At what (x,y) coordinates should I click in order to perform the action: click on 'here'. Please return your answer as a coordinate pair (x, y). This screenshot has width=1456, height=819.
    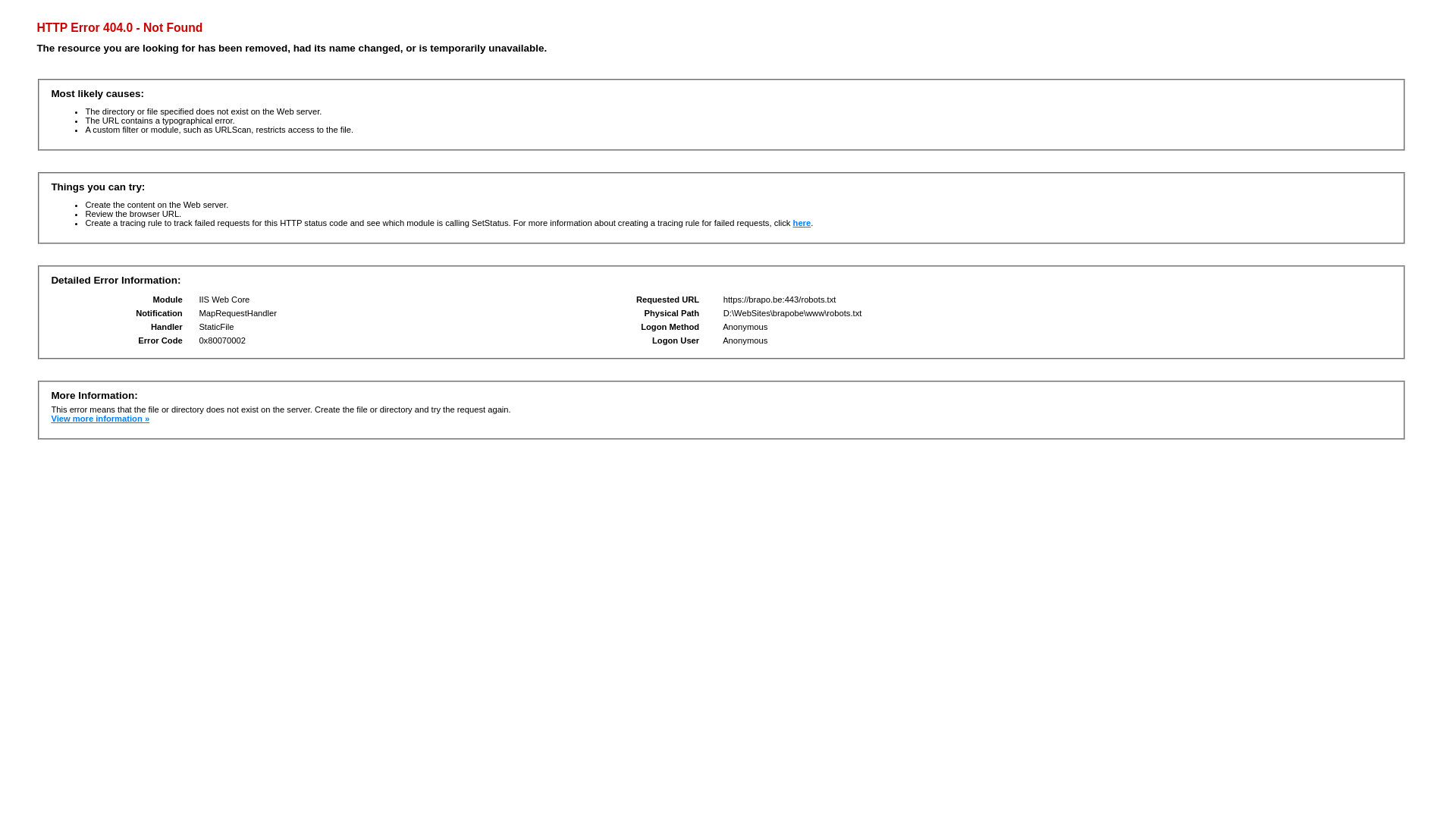
    Looking at the image, I should click on (801, 222).